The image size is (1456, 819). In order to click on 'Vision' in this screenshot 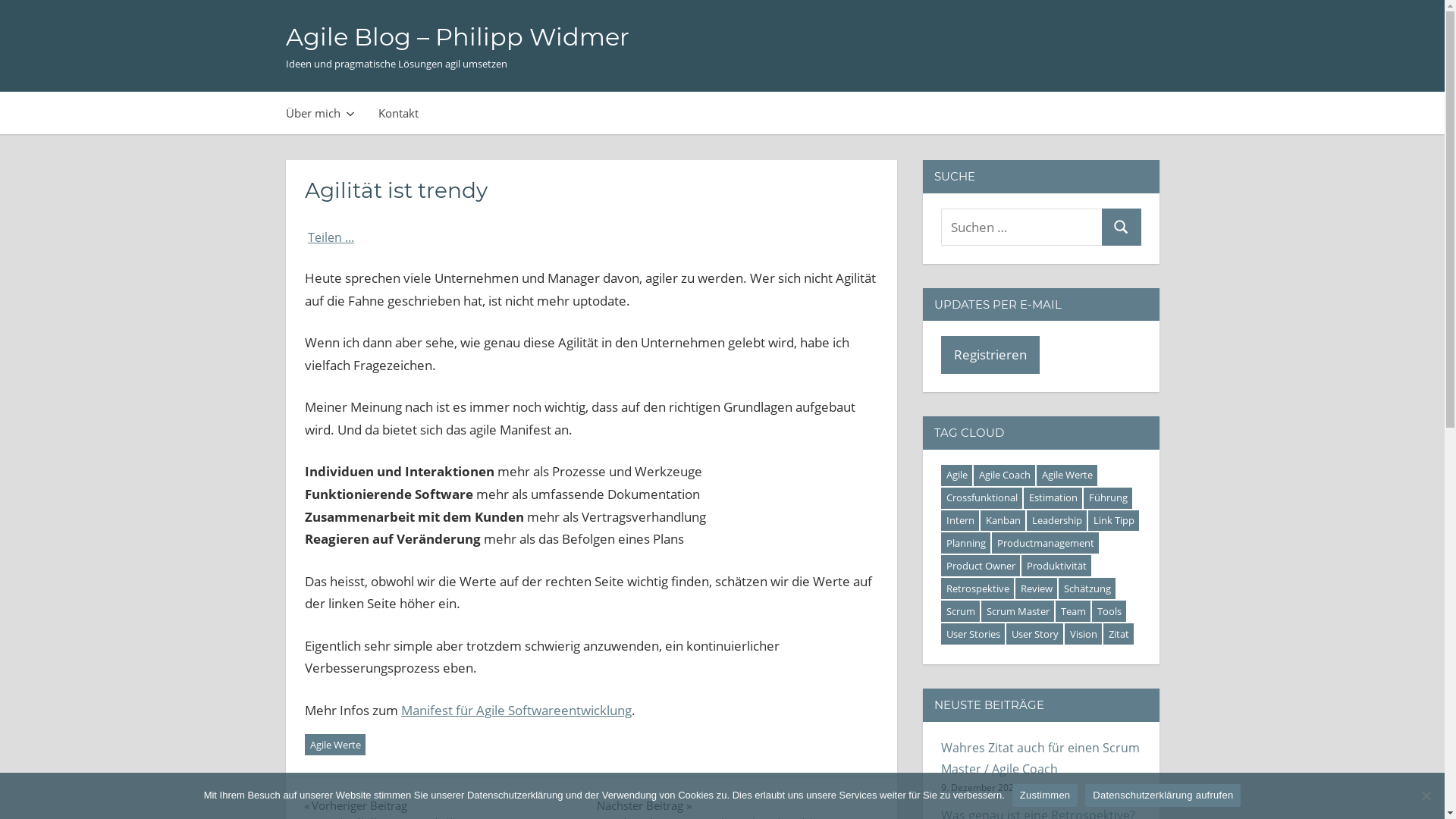, I will do `click(1063, 634)`.